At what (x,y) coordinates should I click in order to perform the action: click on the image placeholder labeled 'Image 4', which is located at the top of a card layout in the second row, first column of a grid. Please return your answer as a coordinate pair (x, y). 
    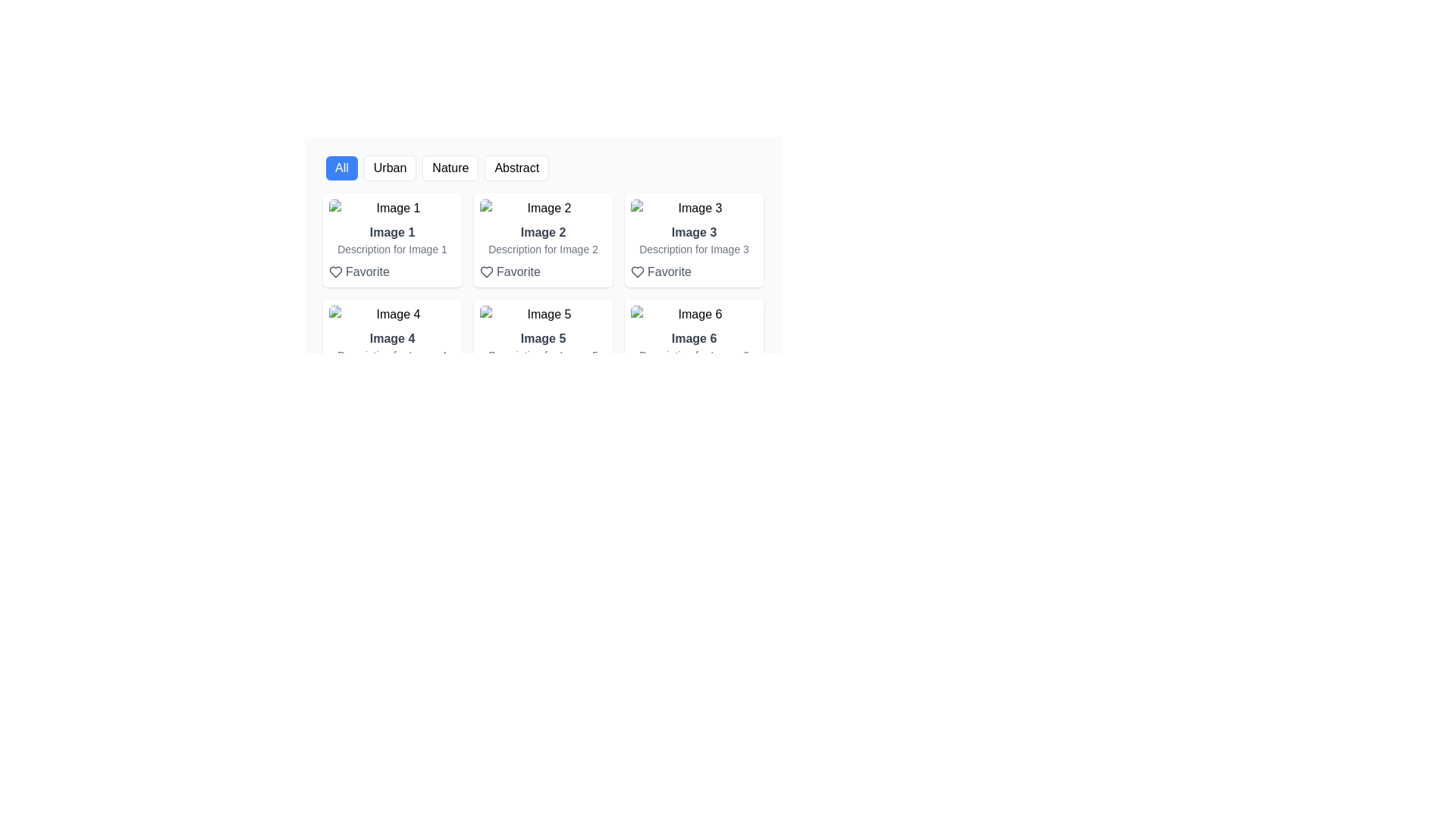
    Looking at the image, I should click on (392, 314).